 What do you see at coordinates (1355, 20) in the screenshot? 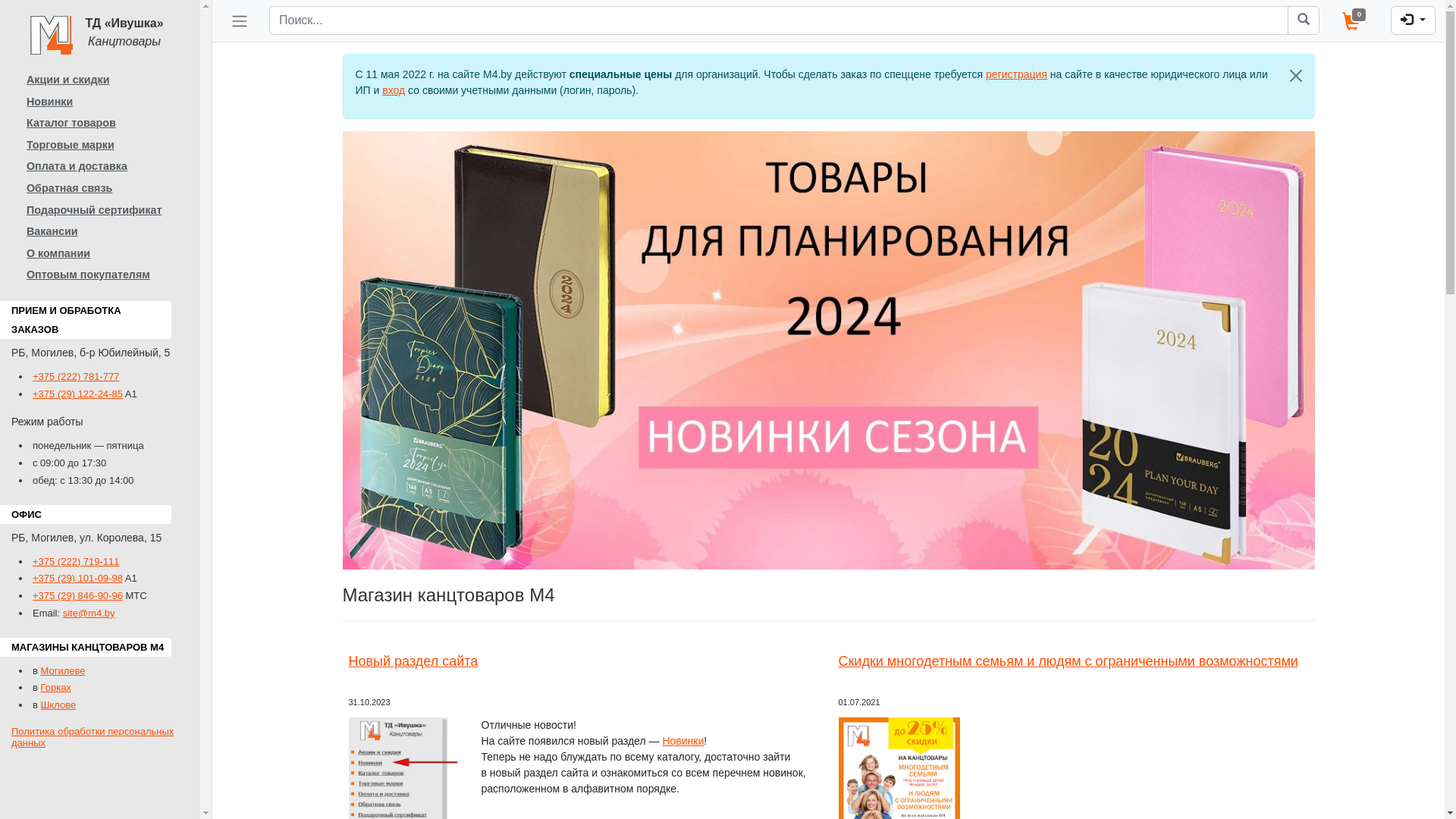
I see `'0'` at bounding box center [1355, 20].